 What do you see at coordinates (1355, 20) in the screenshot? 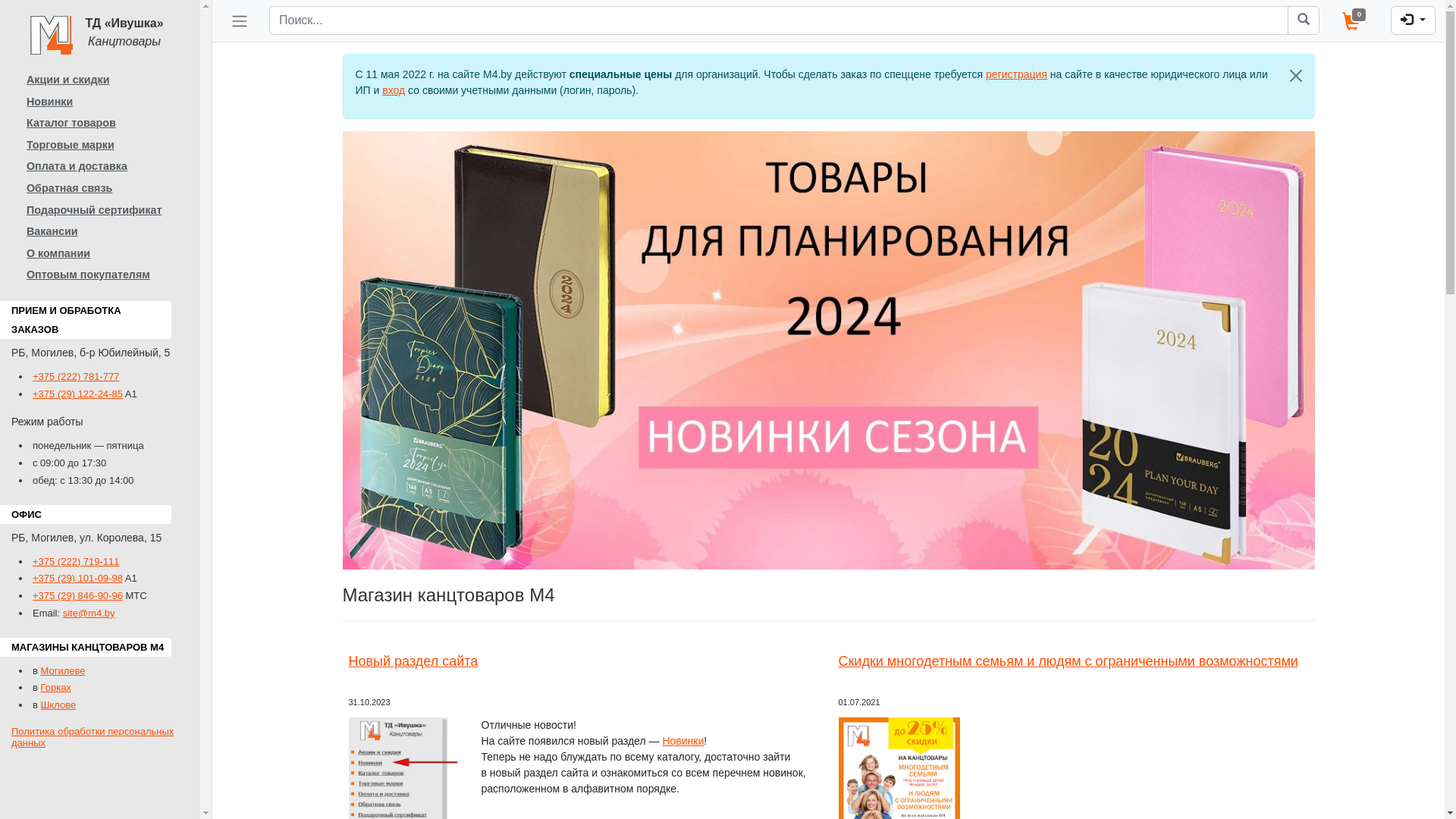
I see `'0'` at bounding box center [1355, 20].